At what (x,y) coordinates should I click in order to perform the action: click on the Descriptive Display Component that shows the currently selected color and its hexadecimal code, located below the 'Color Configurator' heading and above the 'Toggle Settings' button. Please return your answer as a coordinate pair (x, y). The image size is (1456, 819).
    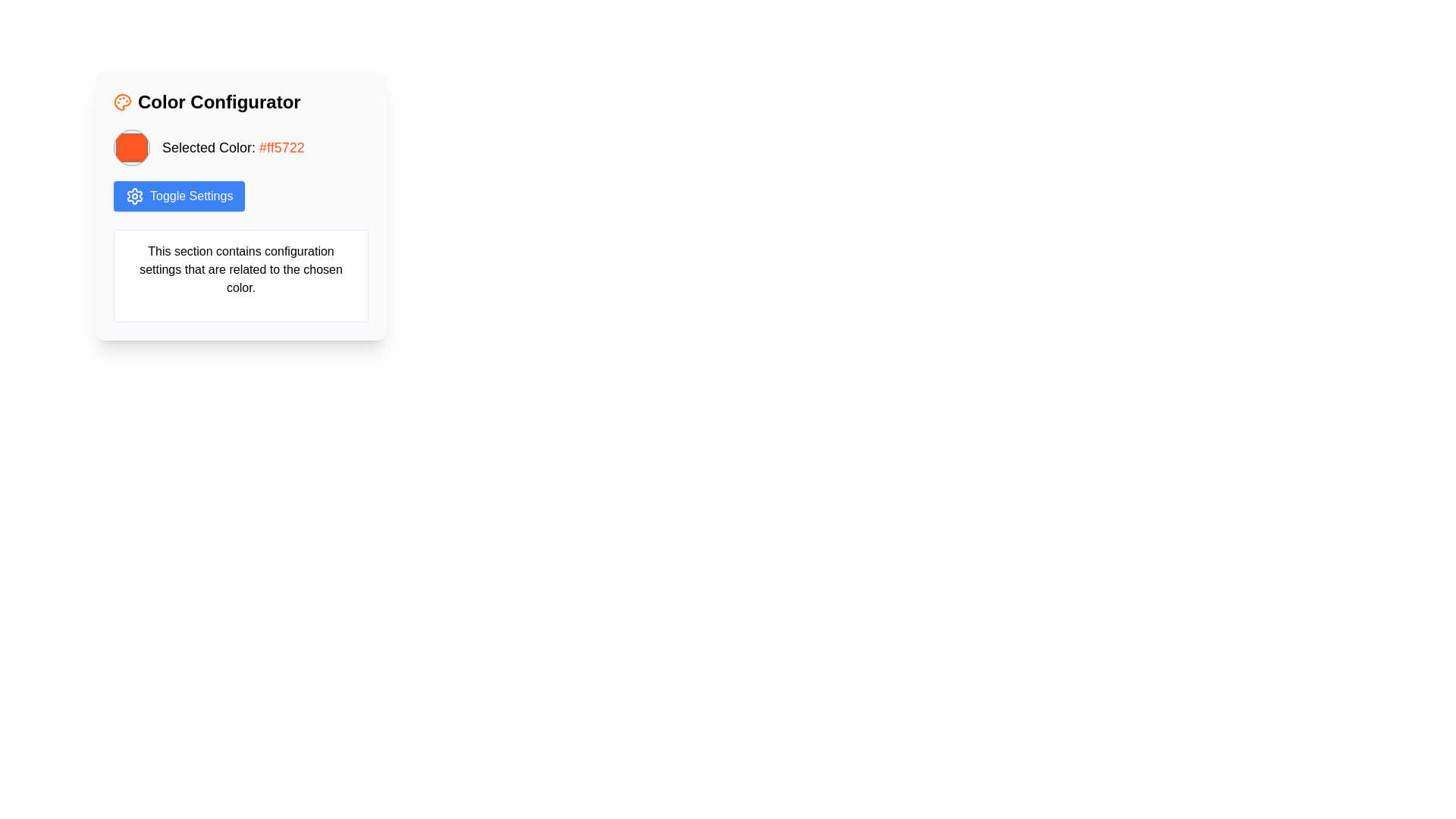
    Looking at the image, I should click on (240, 148).